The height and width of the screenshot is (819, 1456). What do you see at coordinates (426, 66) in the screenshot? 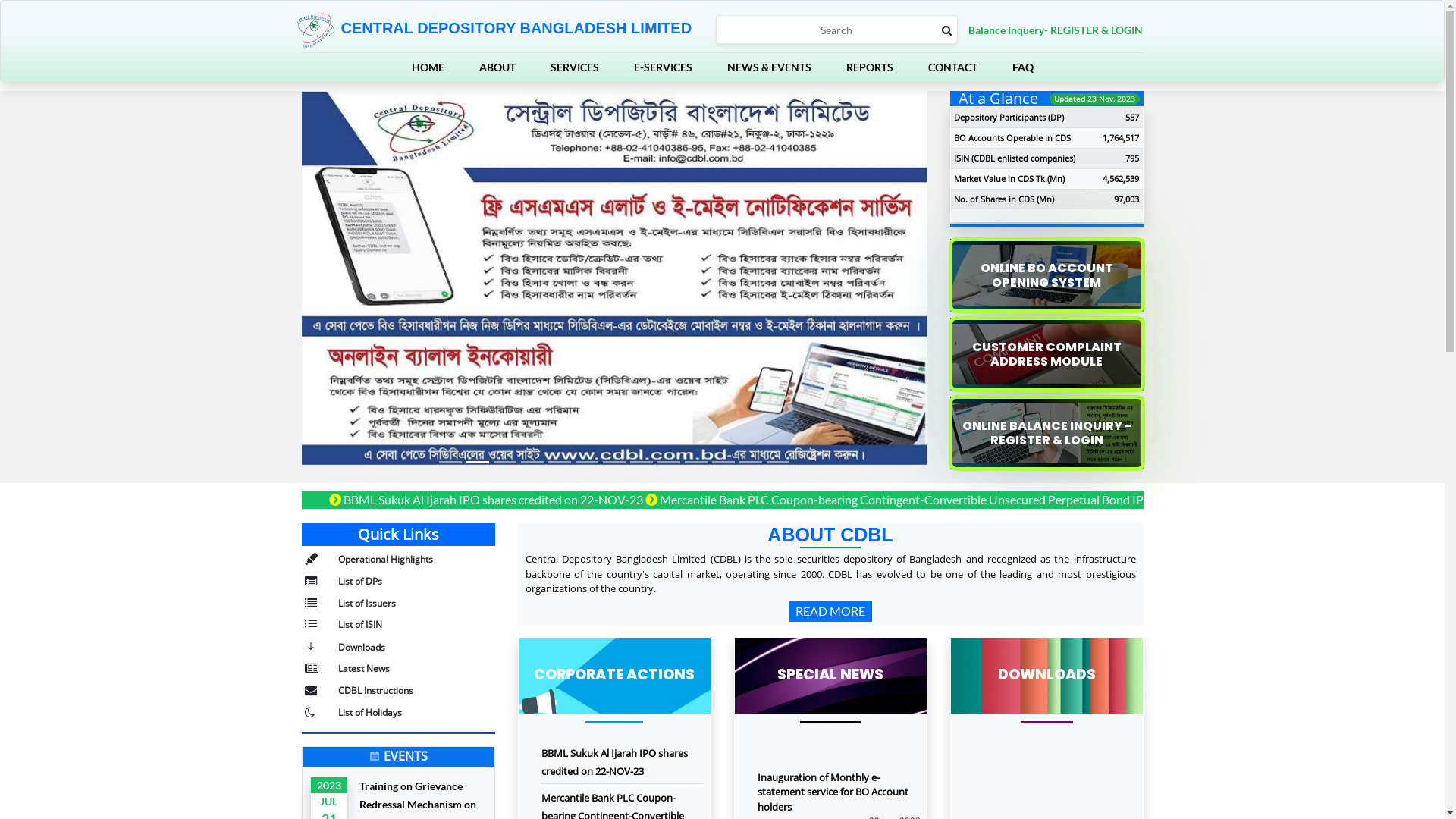
I see `'HOME'` at bounding box center [426, 66].